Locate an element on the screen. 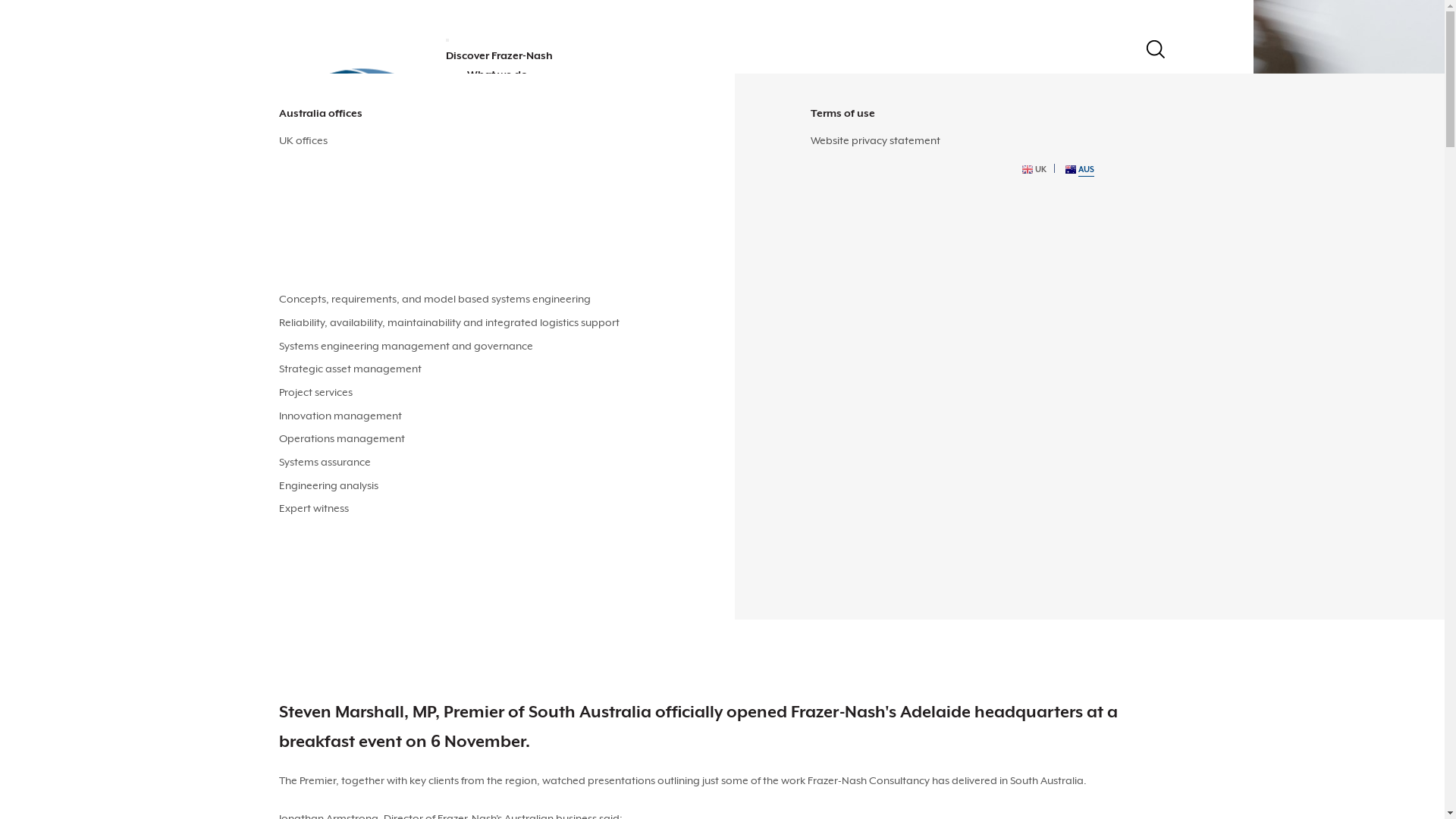 The image size is (1456, 819). 'AUS' is located at coordinates (1078, 168).